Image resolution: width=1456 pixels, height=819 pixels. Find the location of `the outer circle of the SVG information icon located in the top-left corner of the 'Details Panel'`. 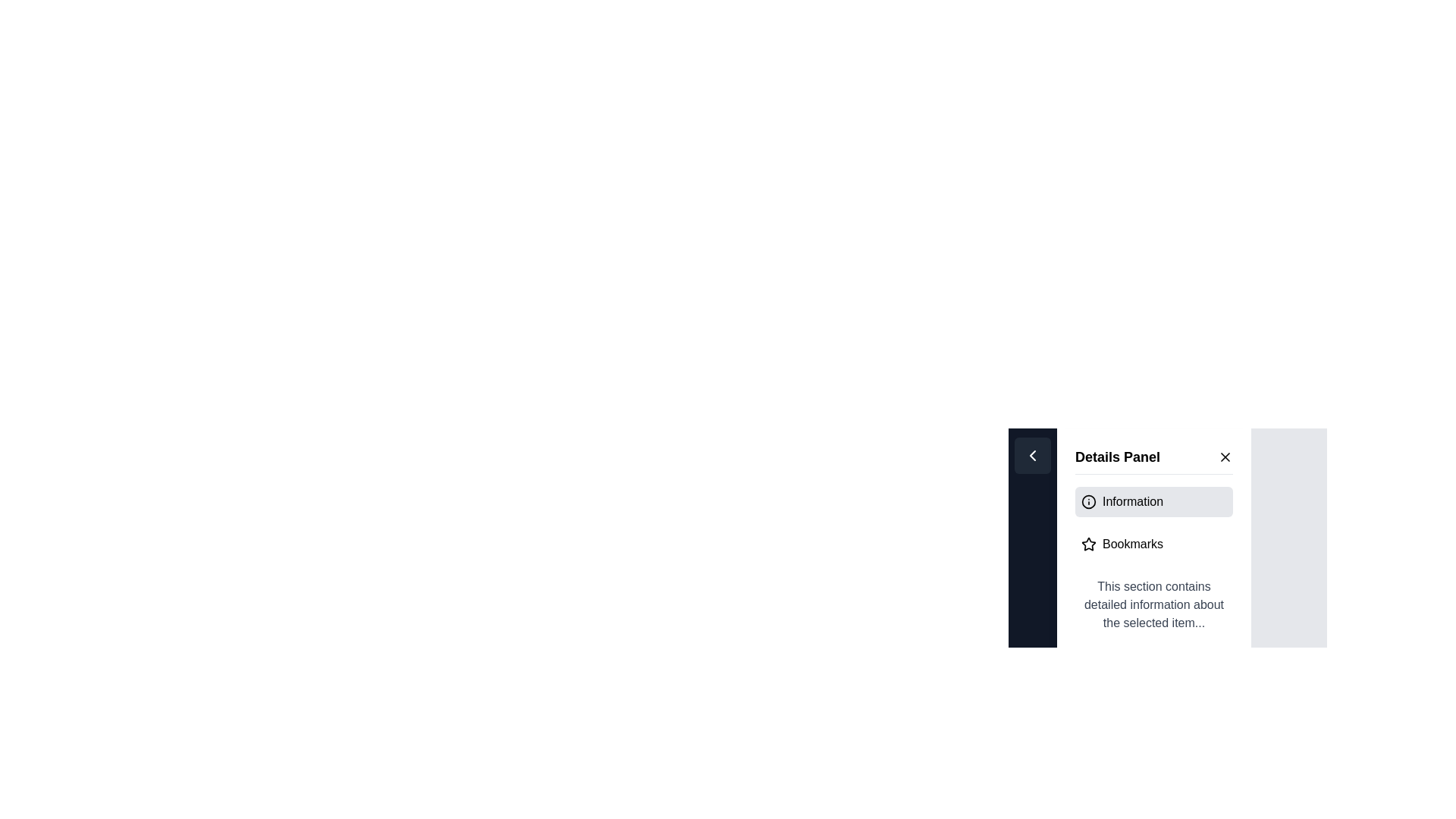

the outer circle of the SVG information icon located in the top-left corner of the 'Details Panel' is located at coordinates (1087, 502).